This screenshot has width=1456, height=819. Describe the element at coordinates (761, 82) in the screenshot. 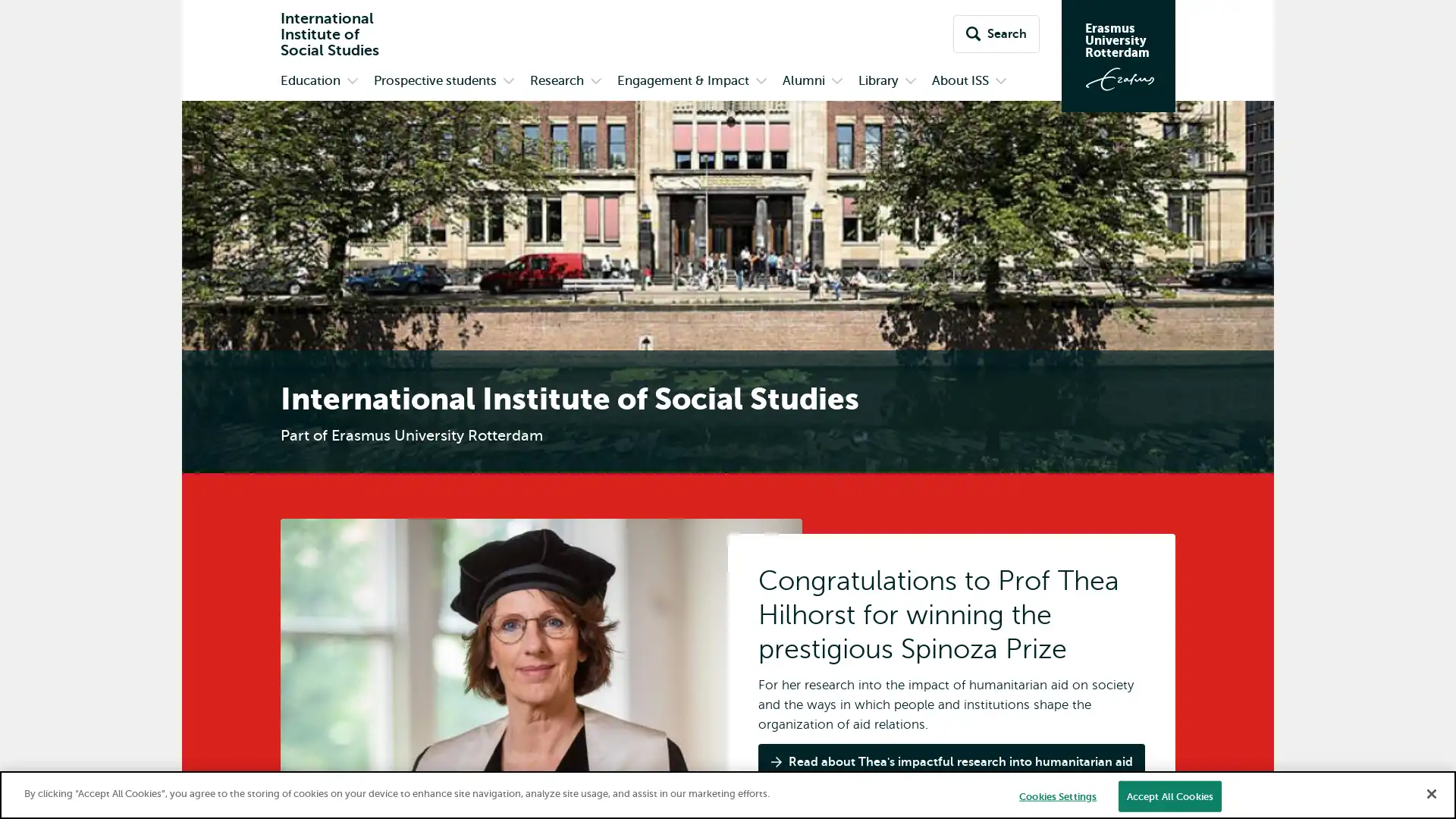

I see `Open submenu` at that location.